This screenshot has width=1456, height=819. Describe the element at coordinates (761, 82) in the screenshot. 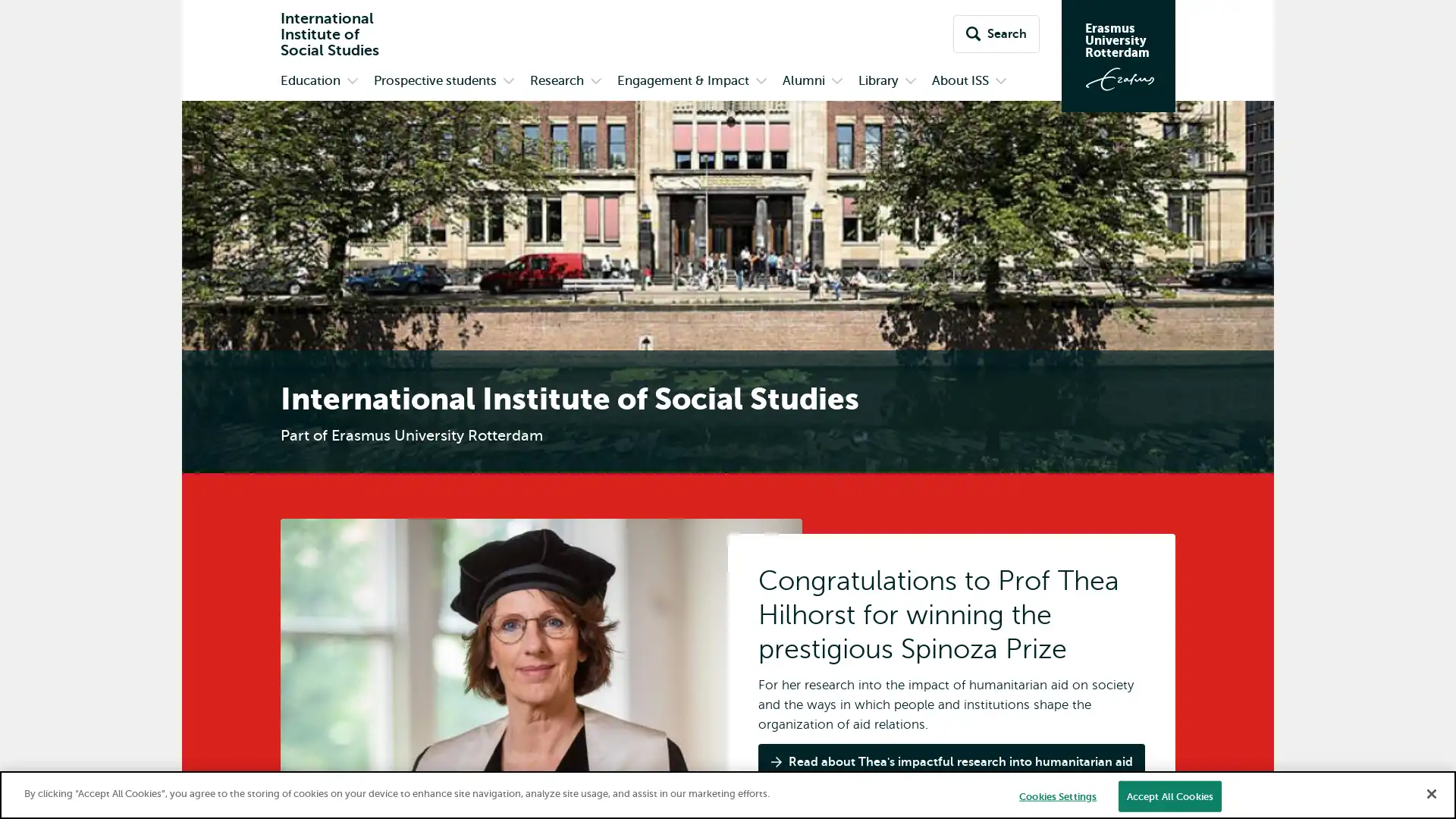

I see `Open submenu` at that location.